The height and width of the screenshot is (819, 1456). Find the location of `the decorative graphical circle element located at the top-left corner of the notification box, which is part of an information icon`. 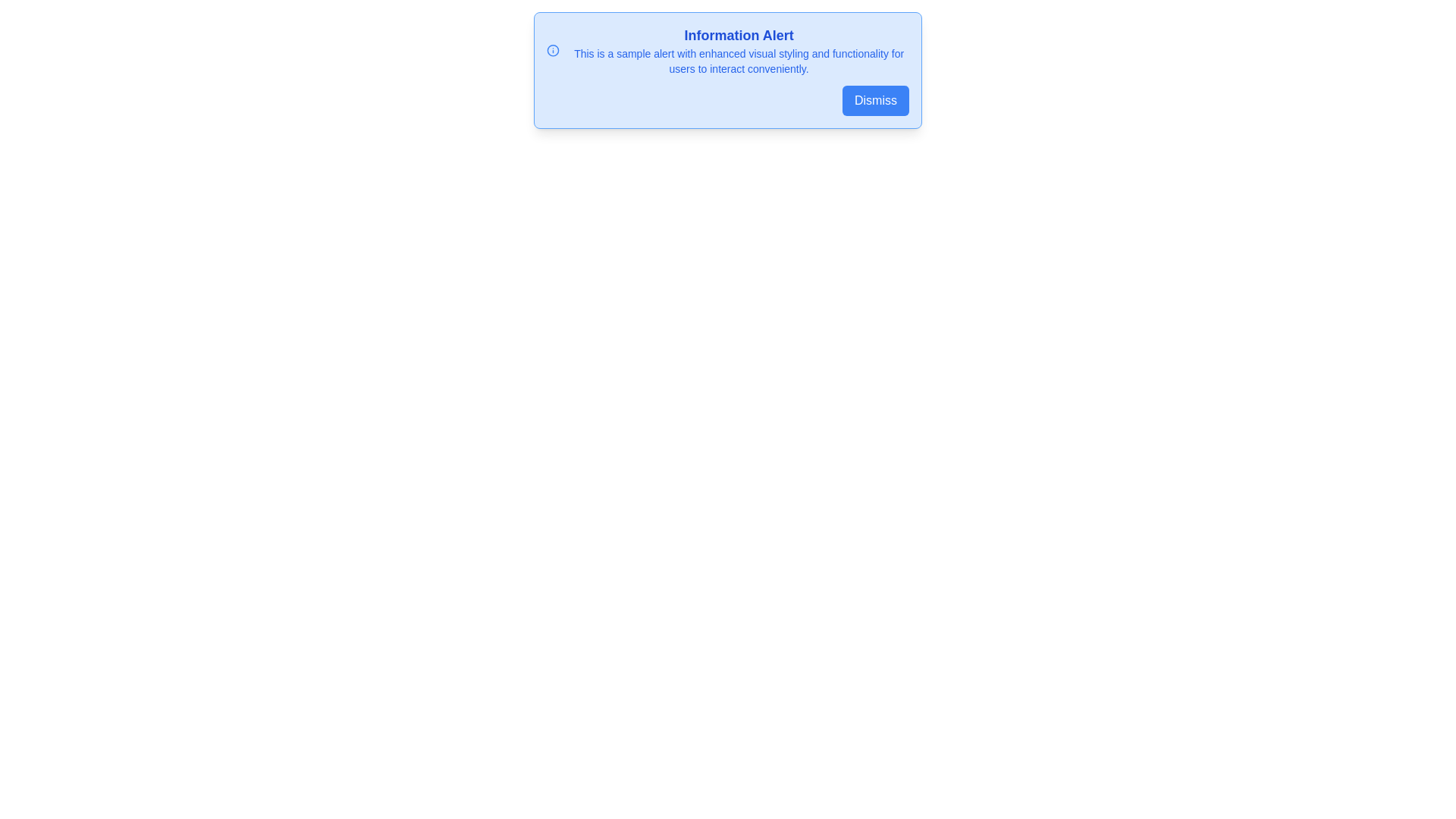

the decorative graphical circle element located at the top-left corner of the notification box, which is part of an information icon is located at coordinates (552, 49).